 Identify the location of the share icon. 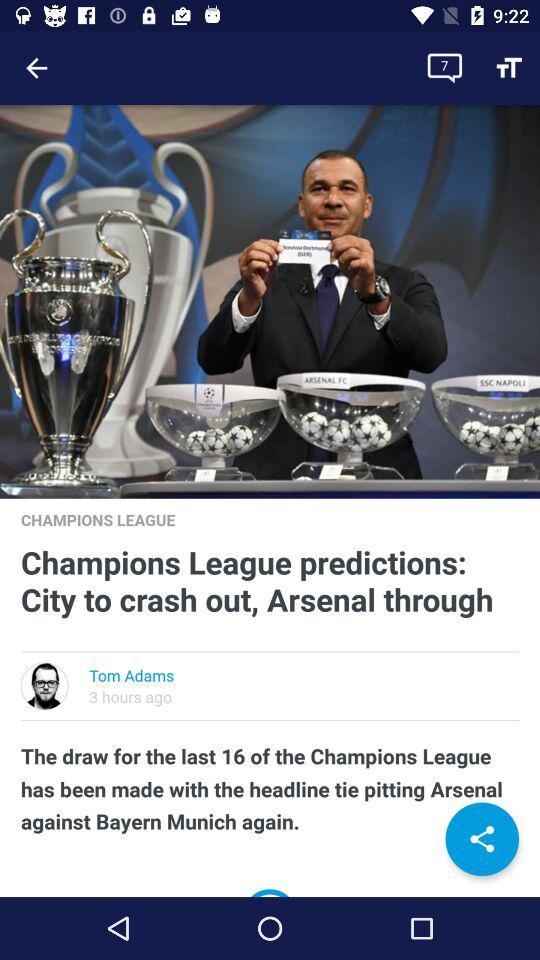
(481, 839).